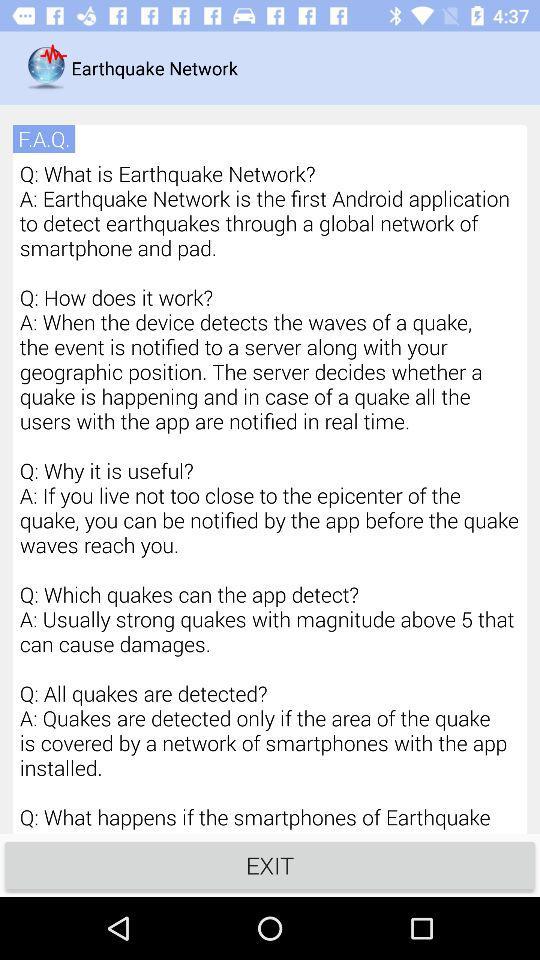  I want to click on the item below q what is icon, so click(270, 864).